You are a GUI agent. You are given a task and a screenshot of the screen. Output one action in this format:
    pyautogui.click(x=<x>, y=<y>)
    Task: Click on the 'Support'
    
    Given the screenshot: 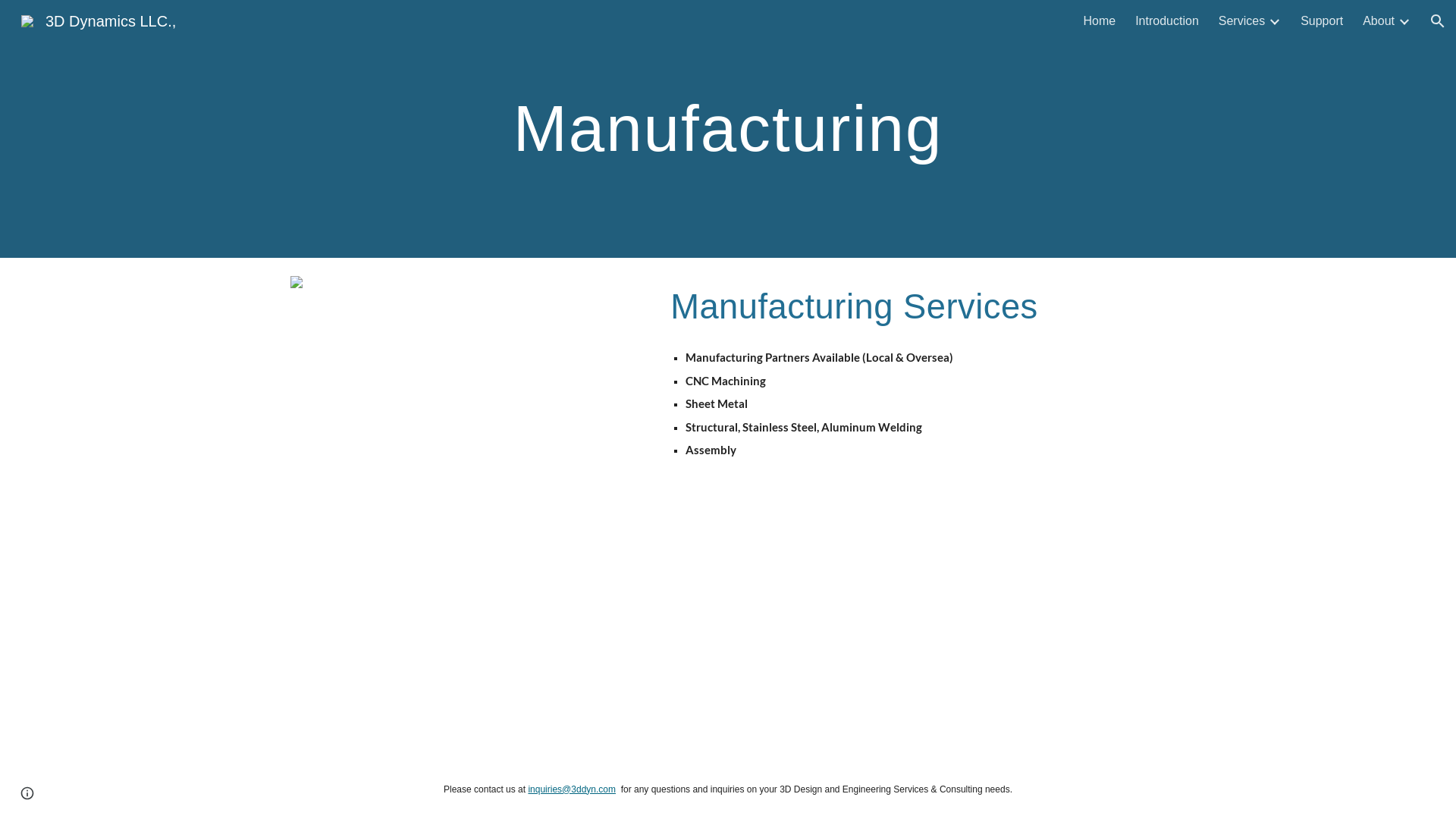 What is the action you would take?
    pyautogui.click(x=1320, y=20)
    